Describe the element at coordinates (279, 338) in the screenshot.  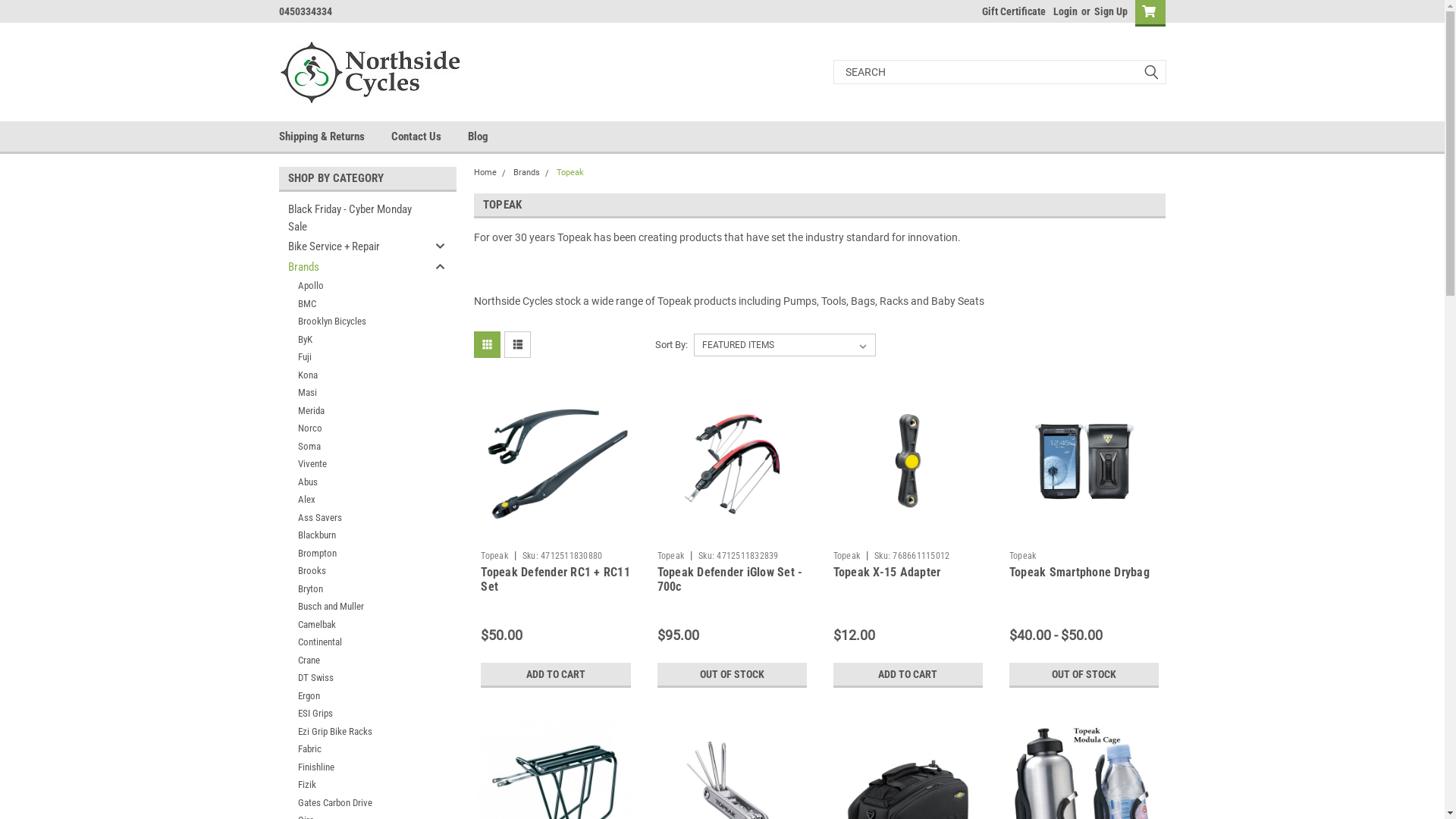
I see `'ByK'` at that location.